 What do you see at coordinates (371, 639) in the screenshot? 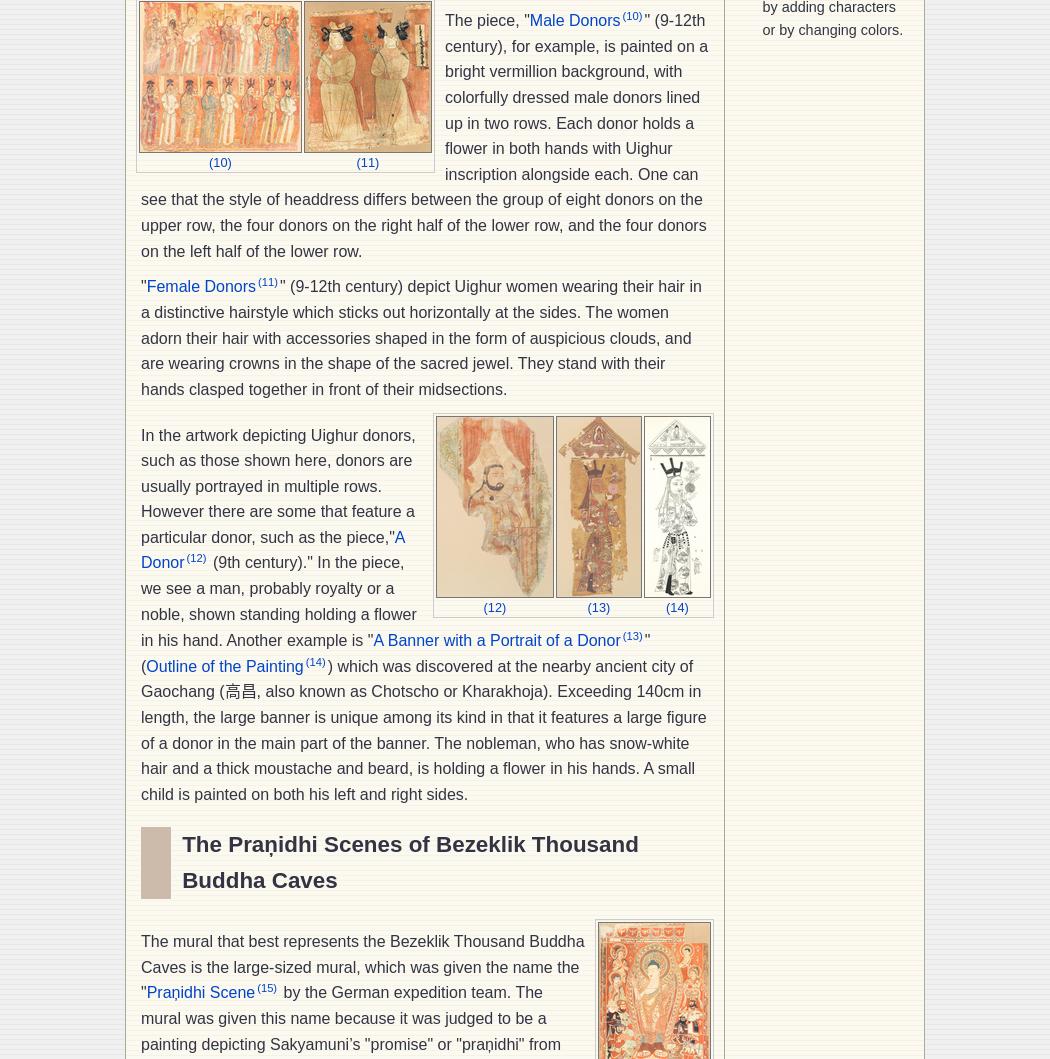
I see `'A Banner with a Portrait of a Donor'` at bounding box center [371, 639].